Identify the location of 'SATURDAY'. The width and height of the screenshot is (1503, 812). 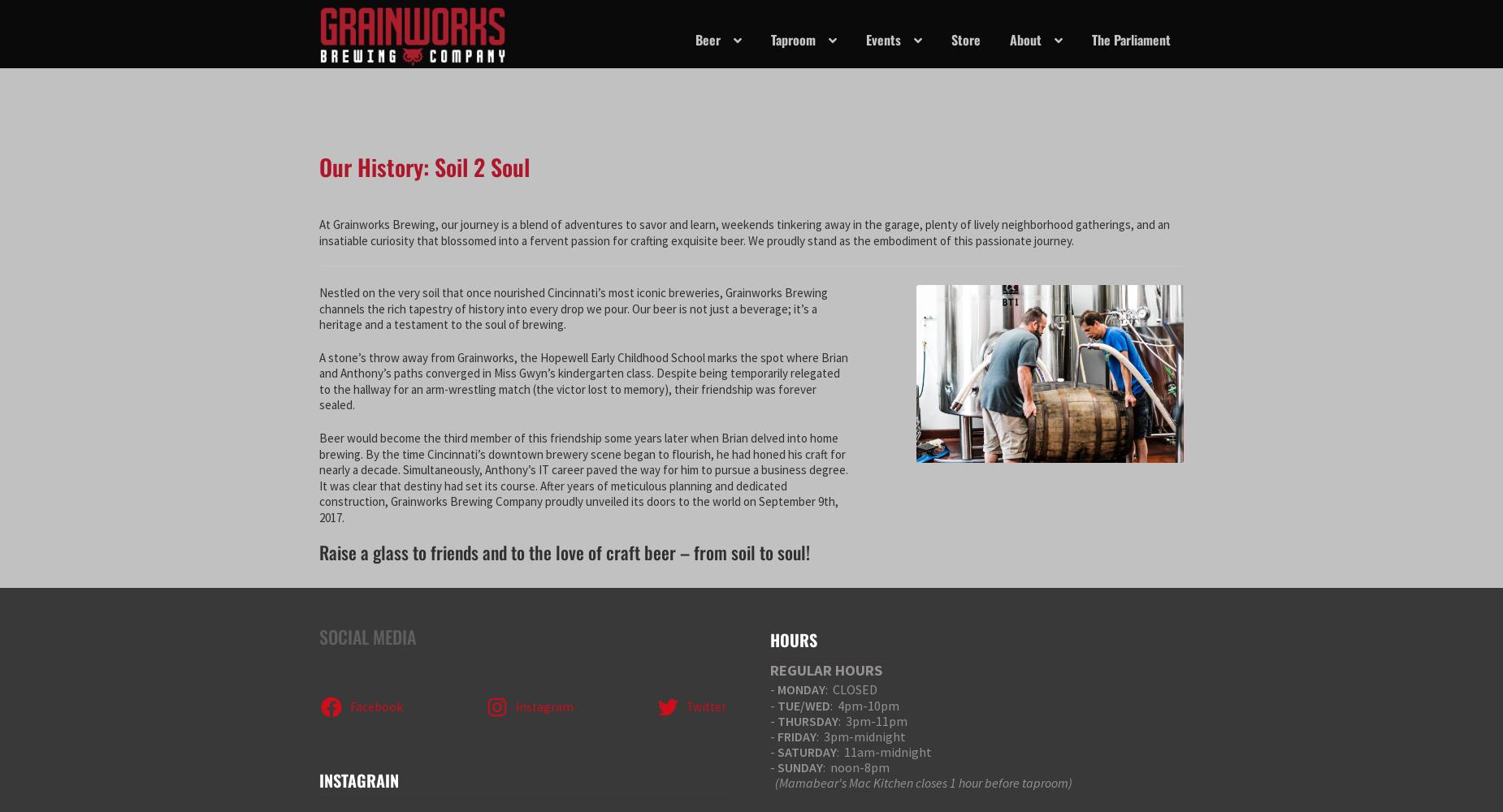
(806, 752).